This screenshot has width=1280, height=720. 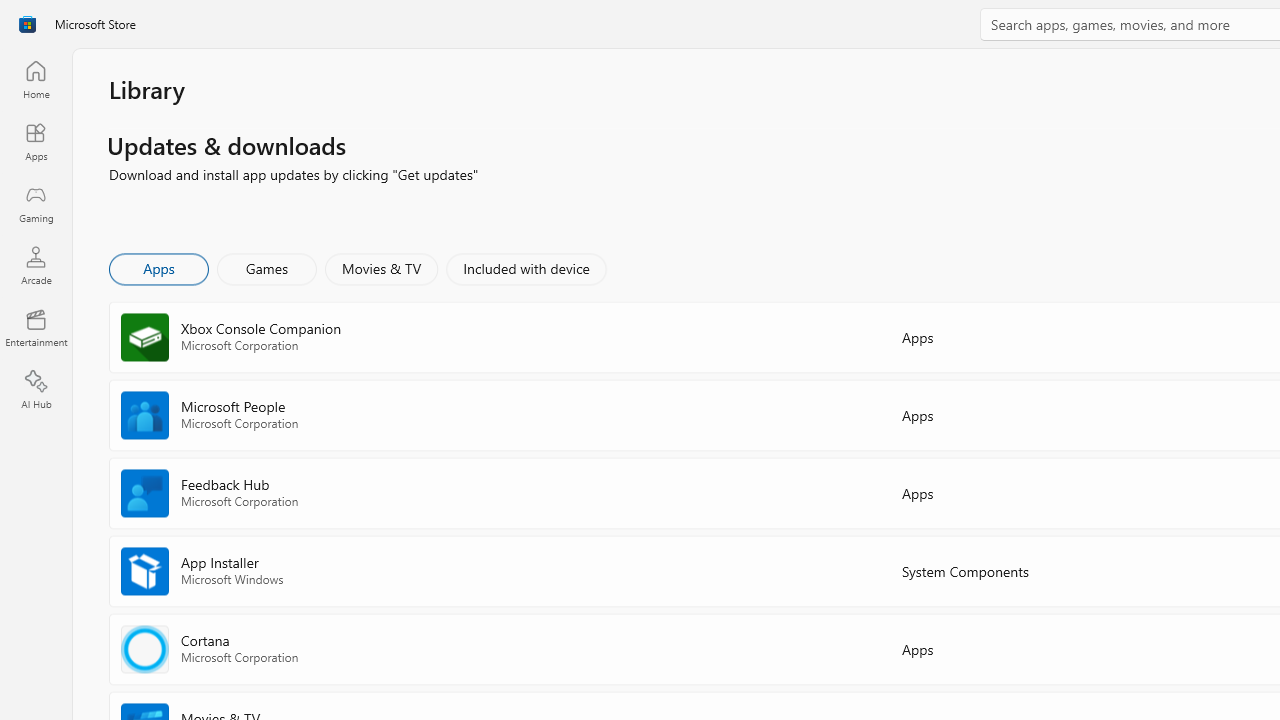 What do you see at coordinates (35, 203) in the screenshot?
I see `'Gaming'` at bounding box center [35, 203].